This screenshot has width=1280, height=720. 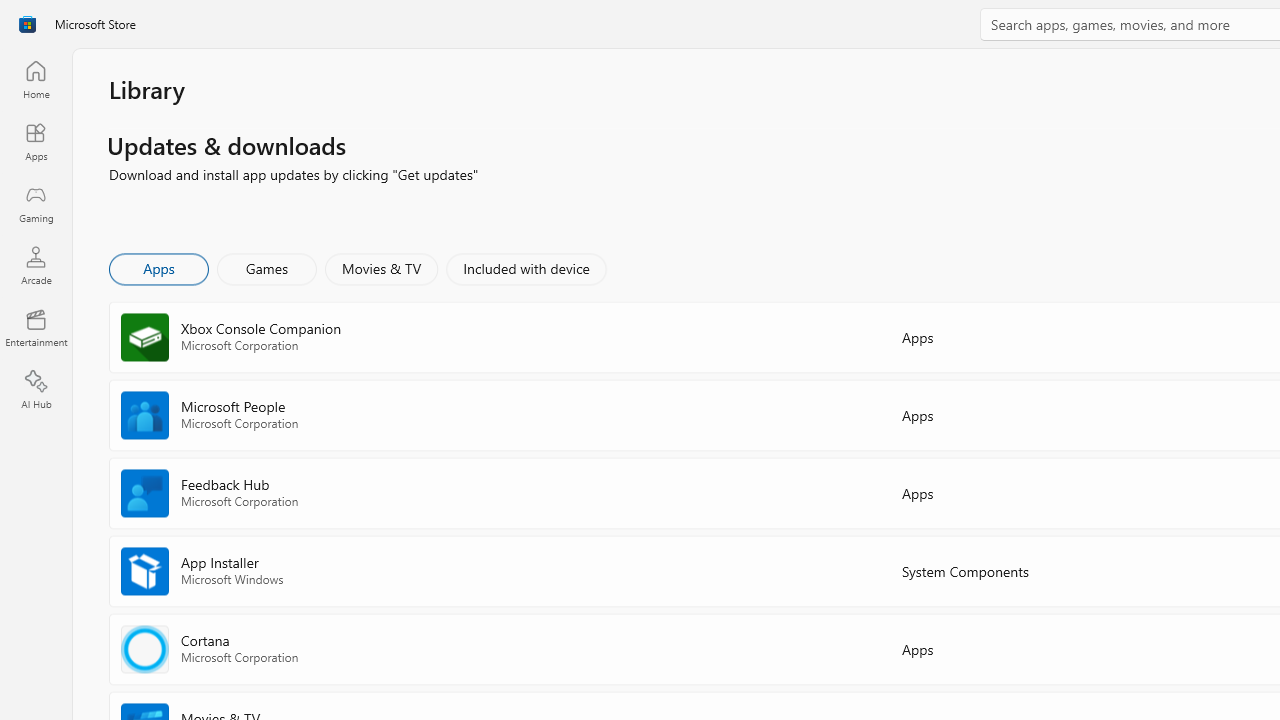 What do you see at coordinates (35, 203) in the screenshot?
I see `'Gaming'` at bounding box center [35, 203].